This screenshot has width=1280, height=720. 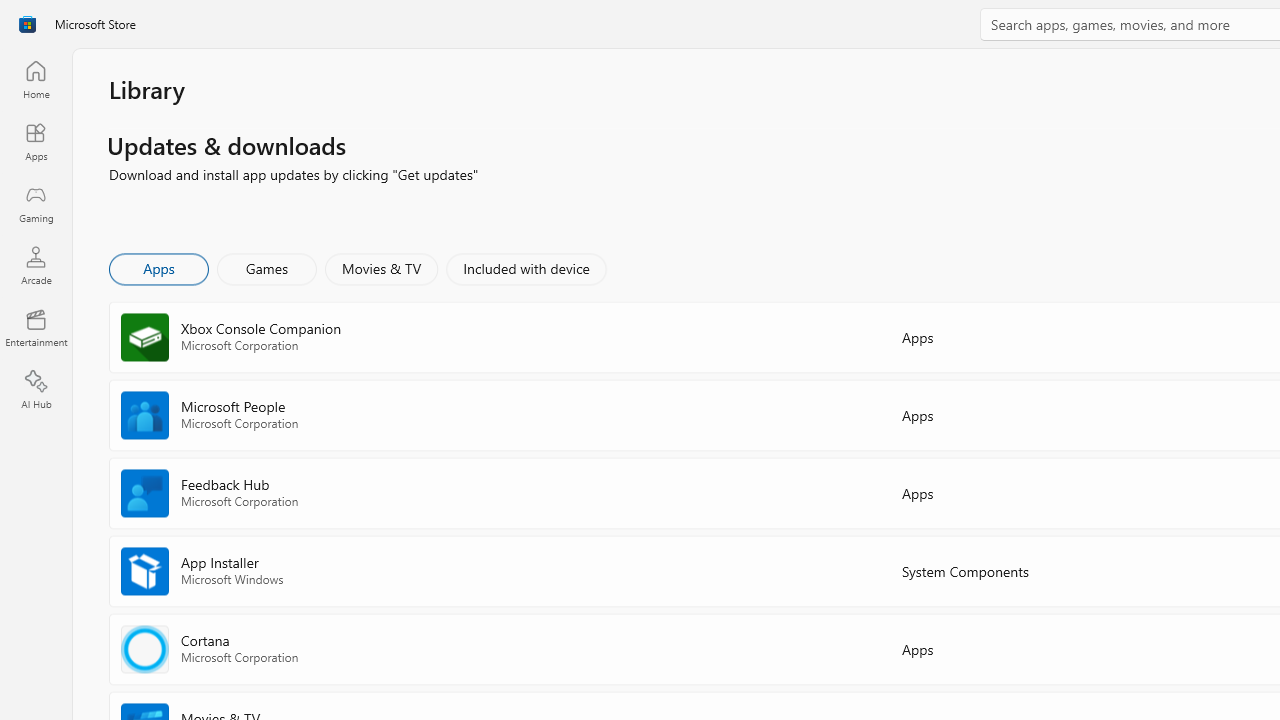 What do you see at coordinates (35, 203) in the screenshot?
I see `'Gaming'` at bounding box center [35, 203].